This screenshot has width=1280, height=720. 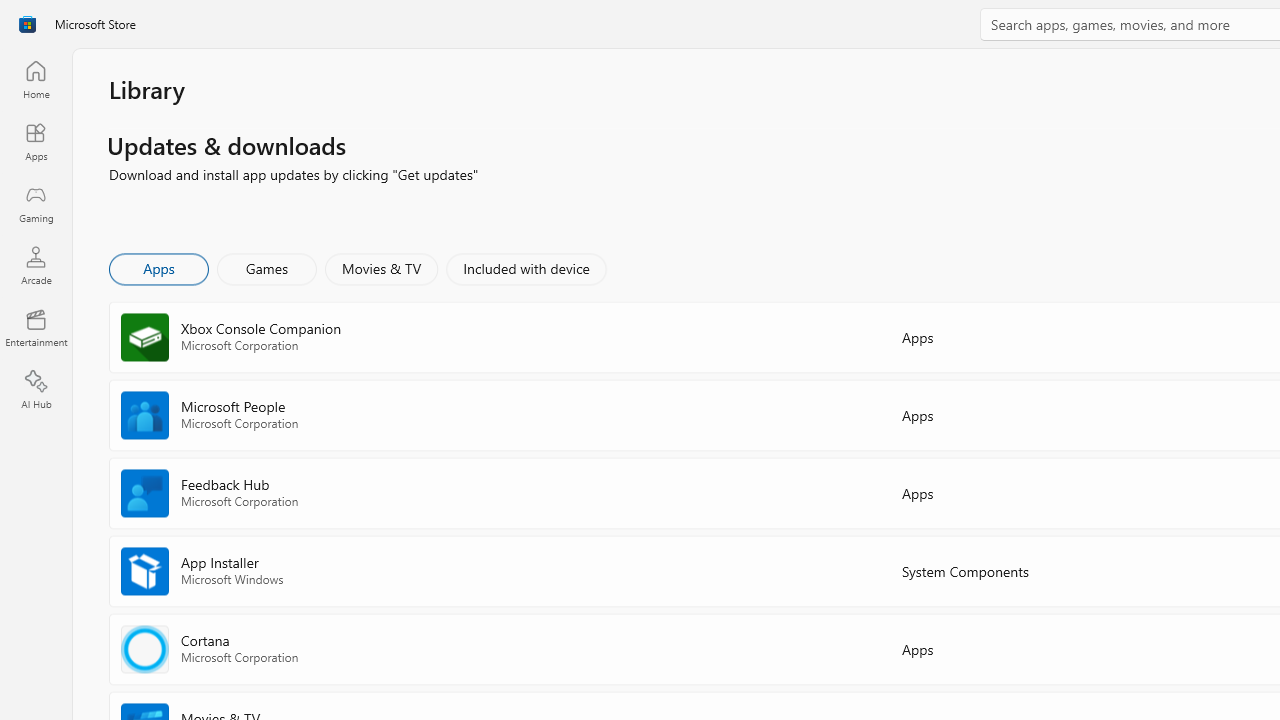 What do you see at coordinates (35, 203) in the screenshot?
I see `'Gaming'` at bounding box center [35, 203].